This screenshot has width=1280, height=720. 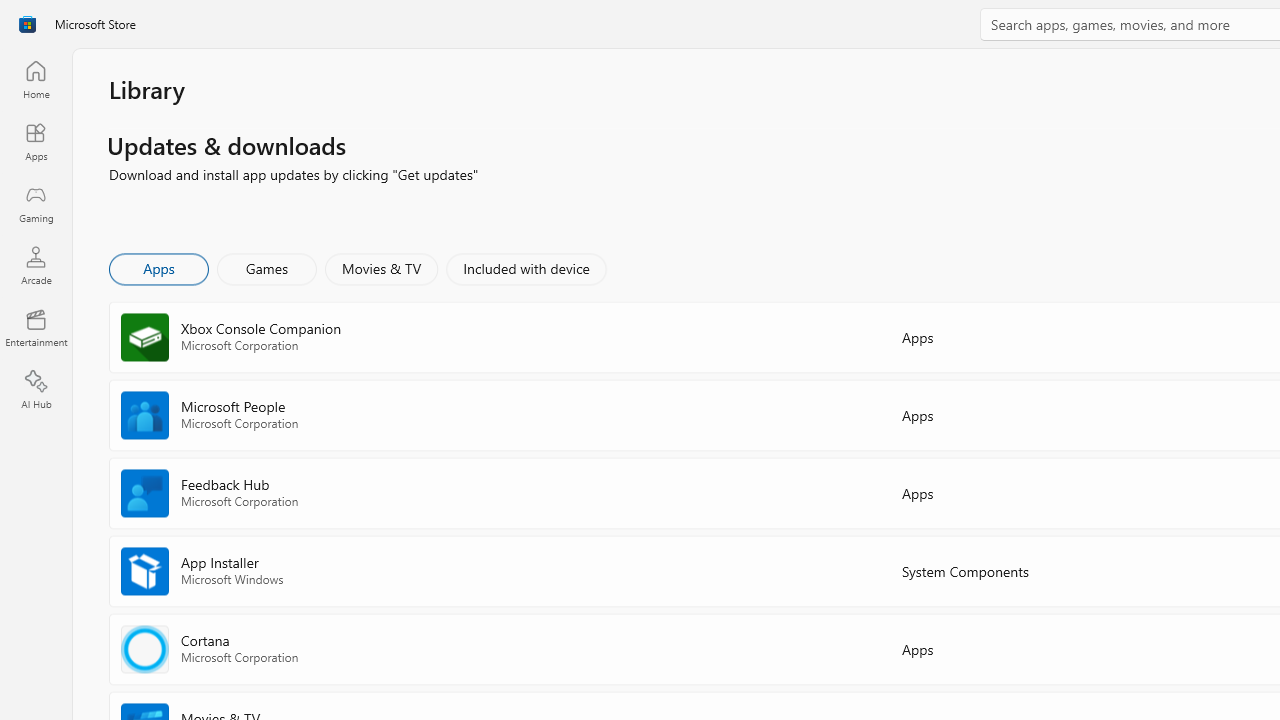 What do you see at coordinates (35, 203) in the screenshot?
I see `'Gaming'` at bounding box center [35, 203].